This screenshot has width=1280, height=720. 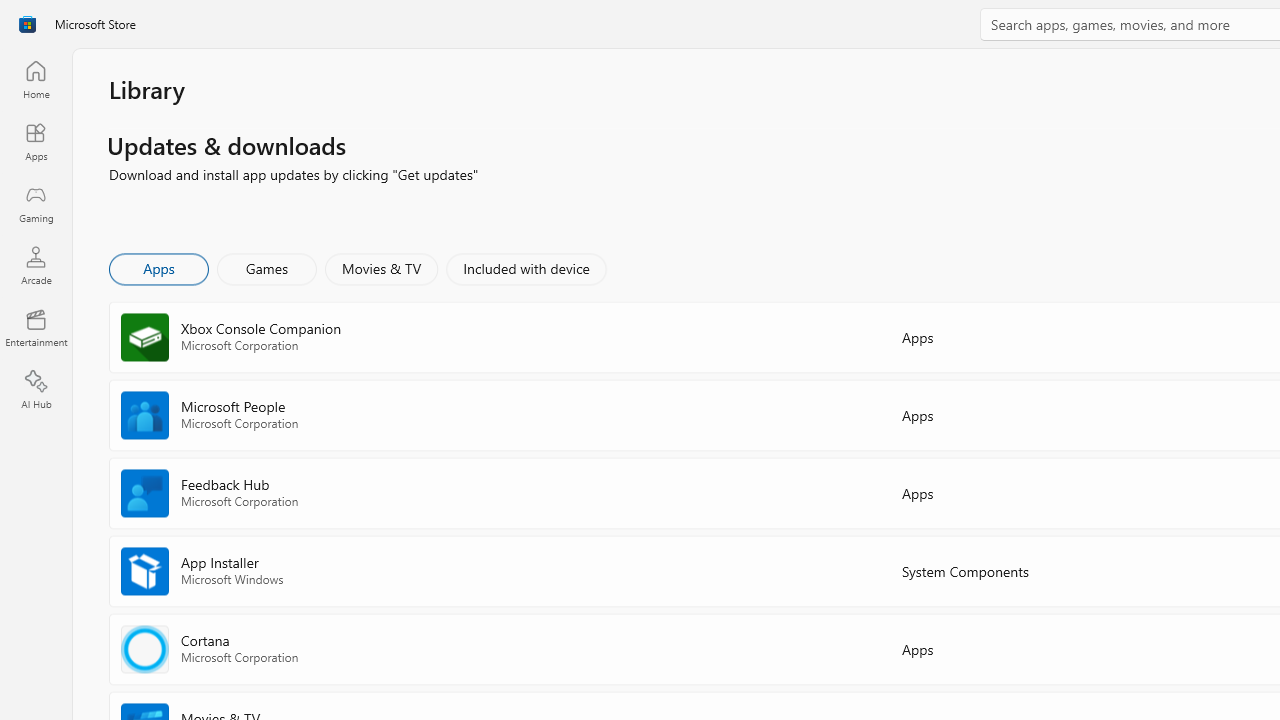 What do you see at coordinates (35, 203) in the screenshot?
I see `'Gaming'` at bounding box center [35, 203].